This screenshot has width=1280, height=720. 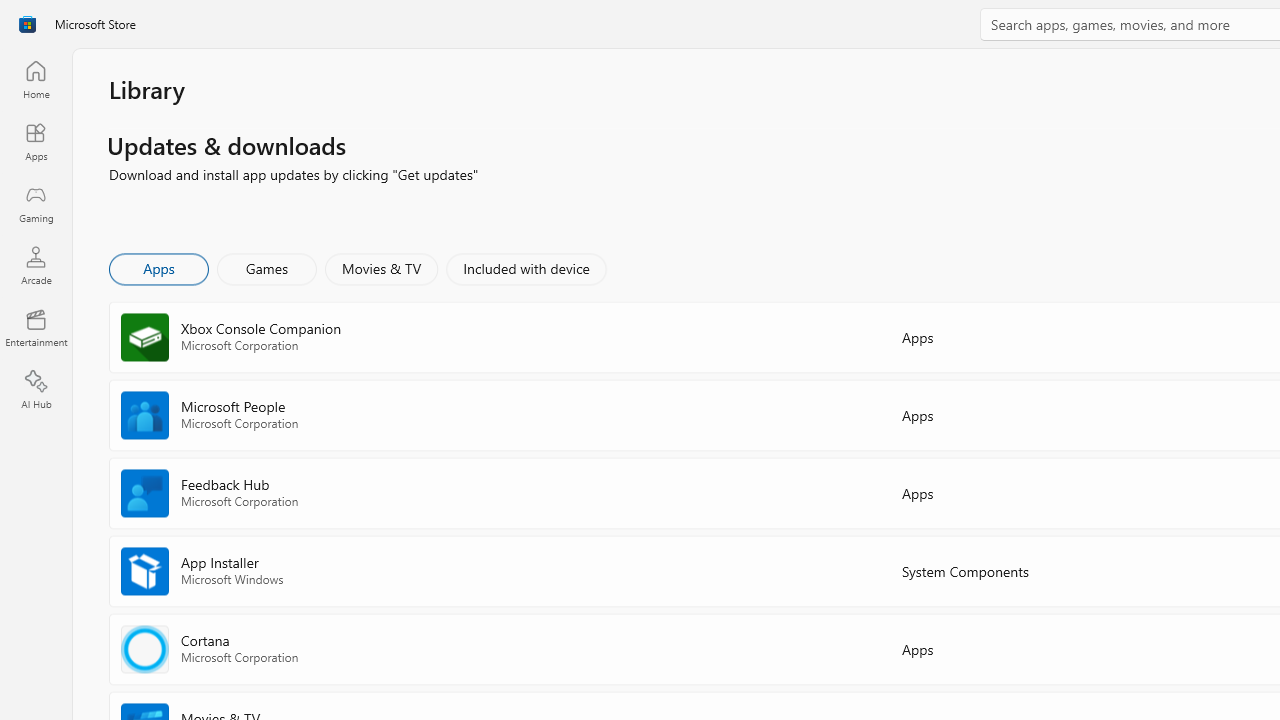 What do you see at coordinates (35, 203) in the screenshot?
I see `'Gaming'` at bounding box center [35, 203].